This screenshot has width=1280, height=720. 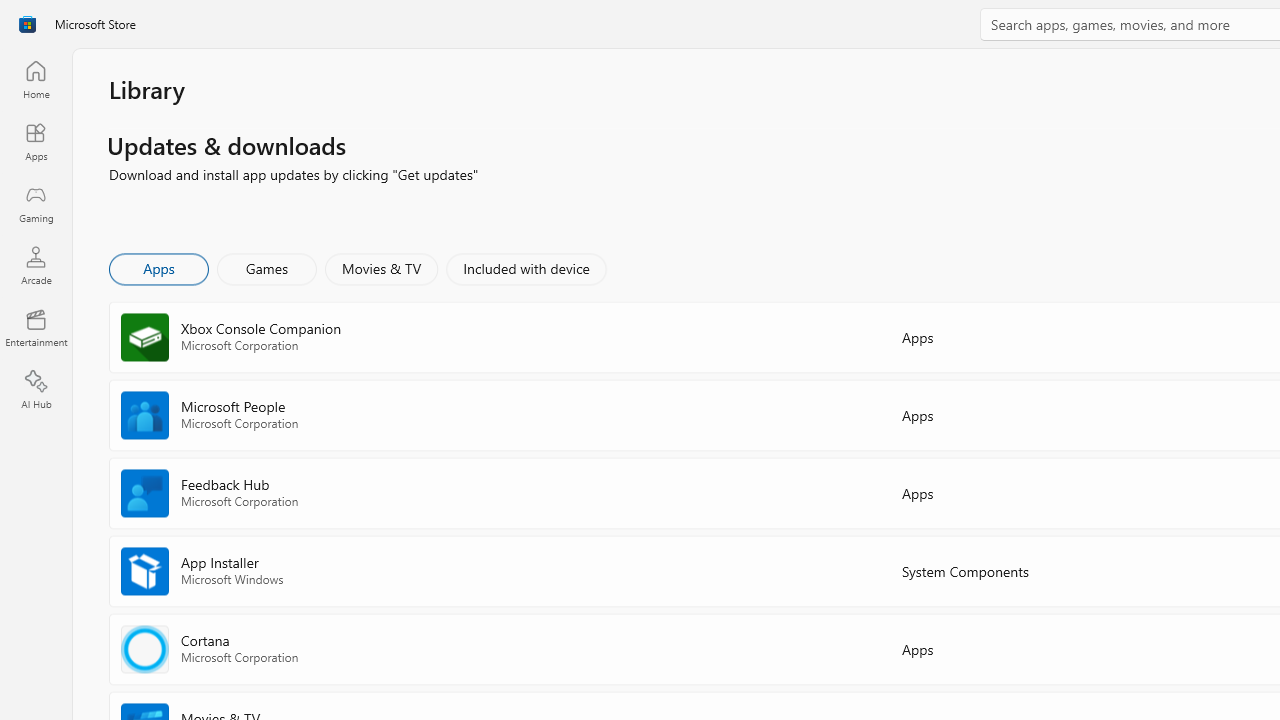 What do you see at coordinates (35, 203) in the screenshot?
I see `'Gaming'` at bounding box center [35, 203].